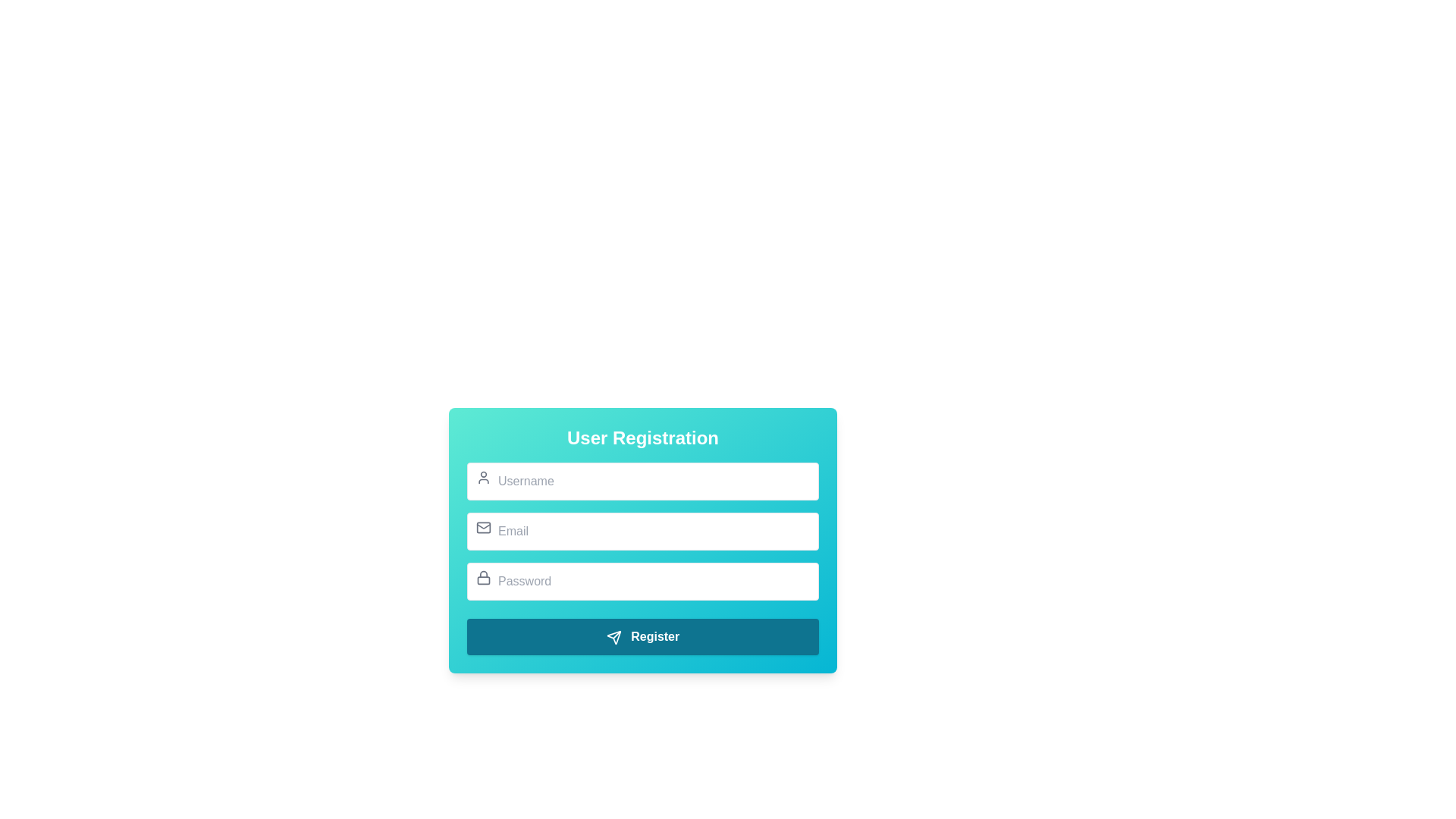 Image resolution: width=1456 pixels, height=819 pixels. What do you see at coordinates (483, 526) in the screenshot?
I see `the email input field represented by the mail icon located on the left side of the email input field in the user registration form` at bounding box center [483, 526].